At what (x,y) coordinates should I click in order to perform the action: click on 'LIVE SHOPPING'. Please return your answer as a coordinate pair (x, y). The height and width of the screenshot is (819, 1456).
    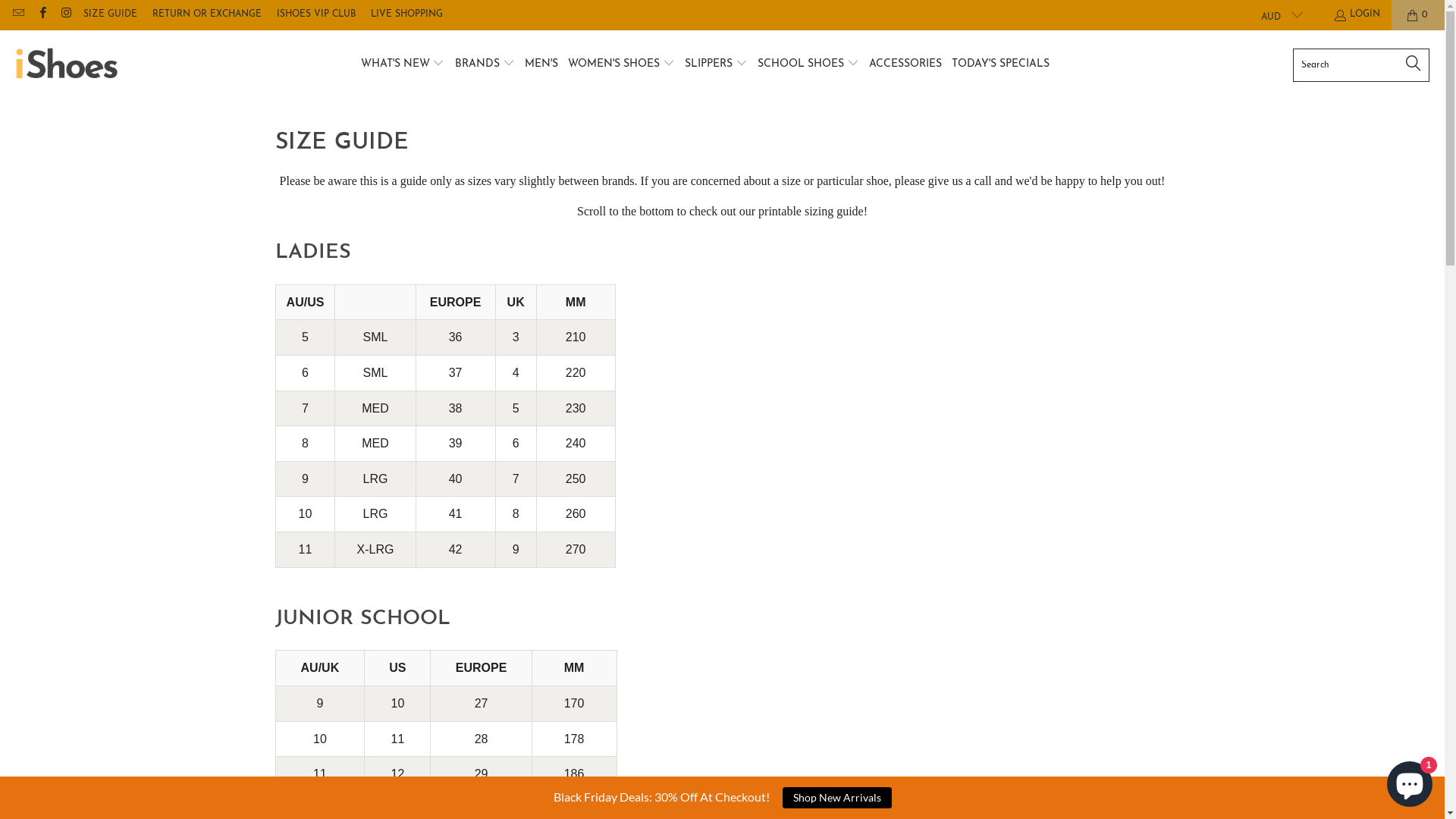
    Looking at the image, I should click on (406, 14).